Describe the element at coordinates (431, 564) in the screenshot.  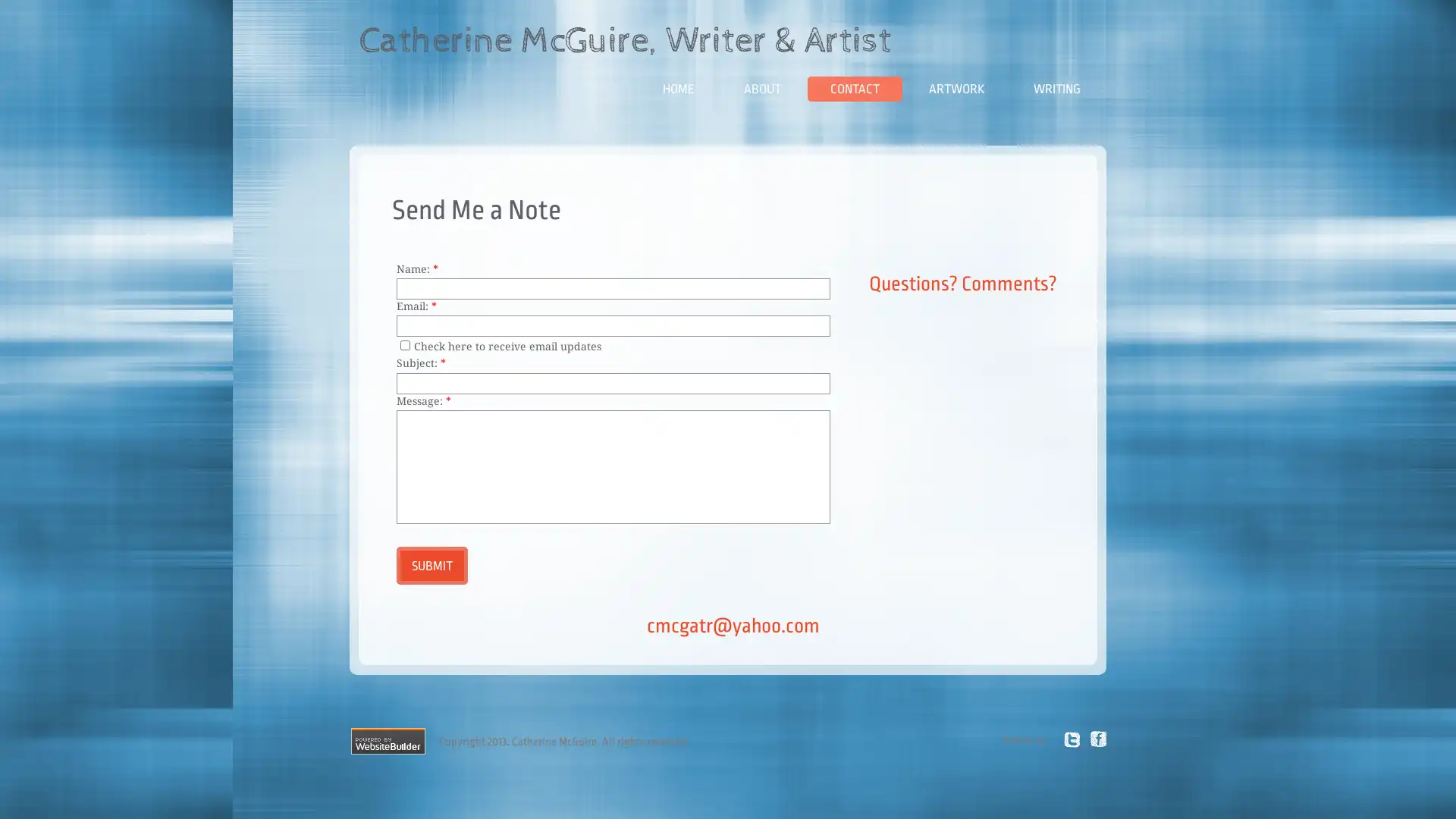
I see `Submit` at that location.